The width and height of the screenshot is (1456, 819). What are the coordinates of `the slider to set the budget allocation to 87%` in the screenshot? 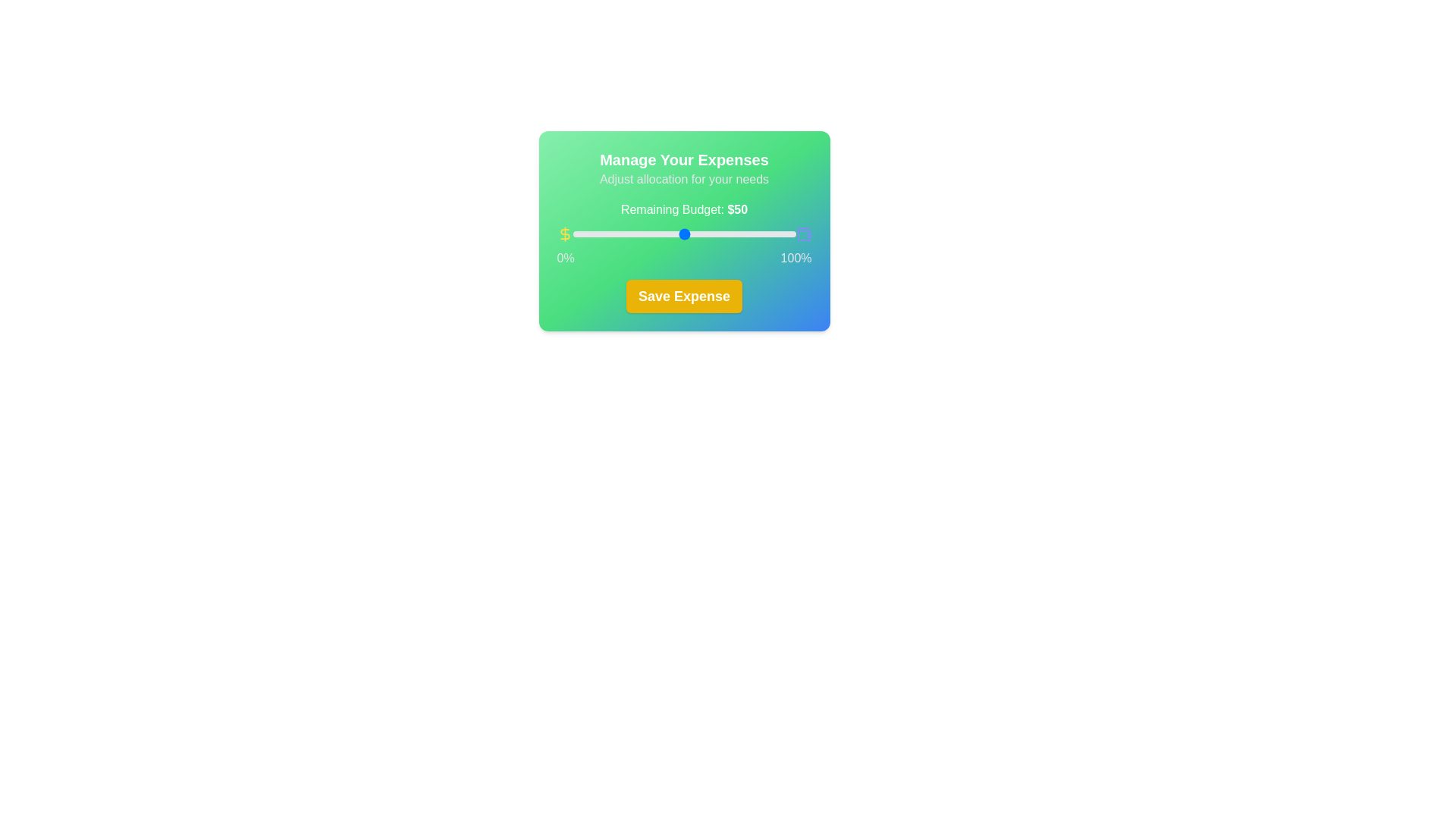 It's located at (767, 234).